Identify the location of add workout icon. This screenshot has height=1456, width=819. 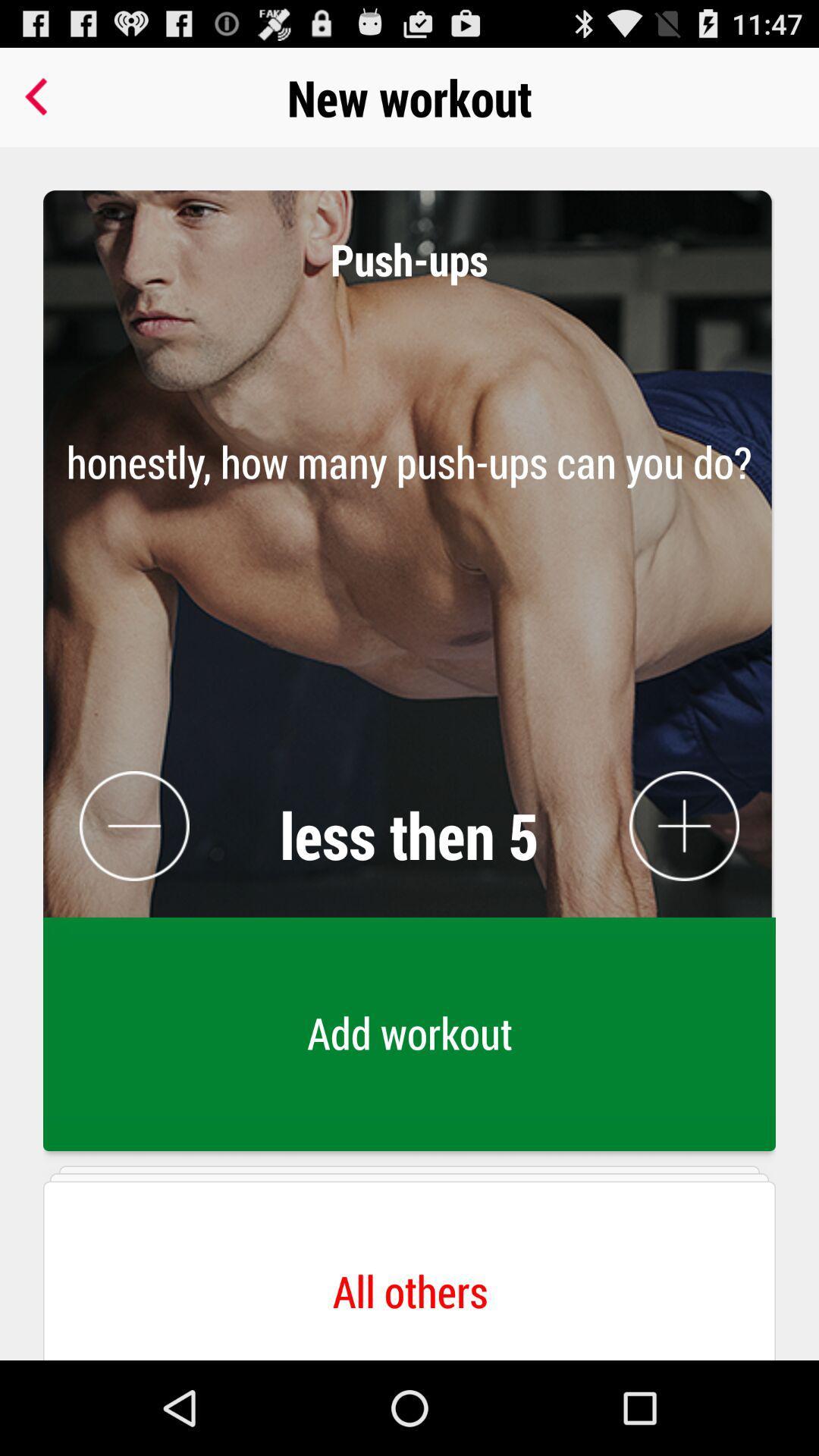
(409, 1037).